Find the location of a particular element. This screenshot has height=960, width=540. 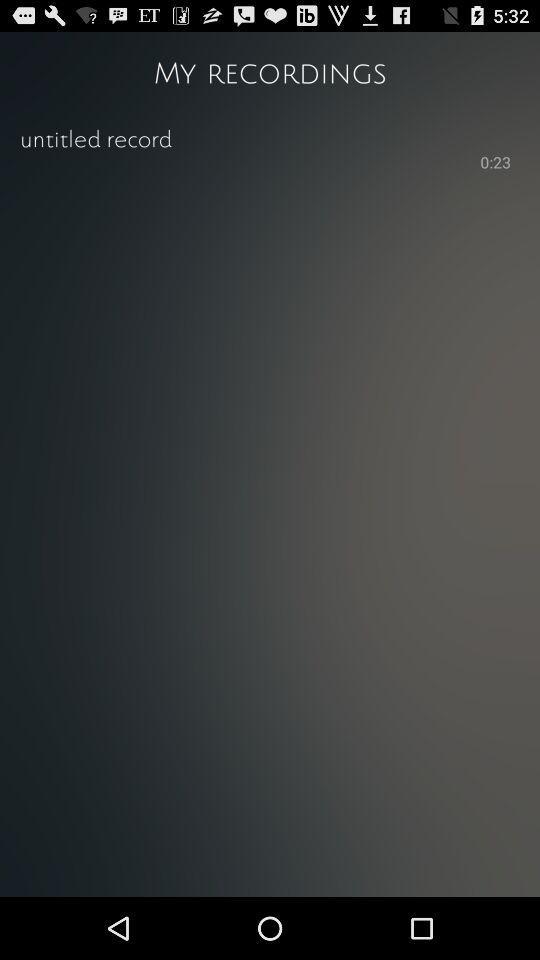

0:23 item is located at coordinates (494, 163).